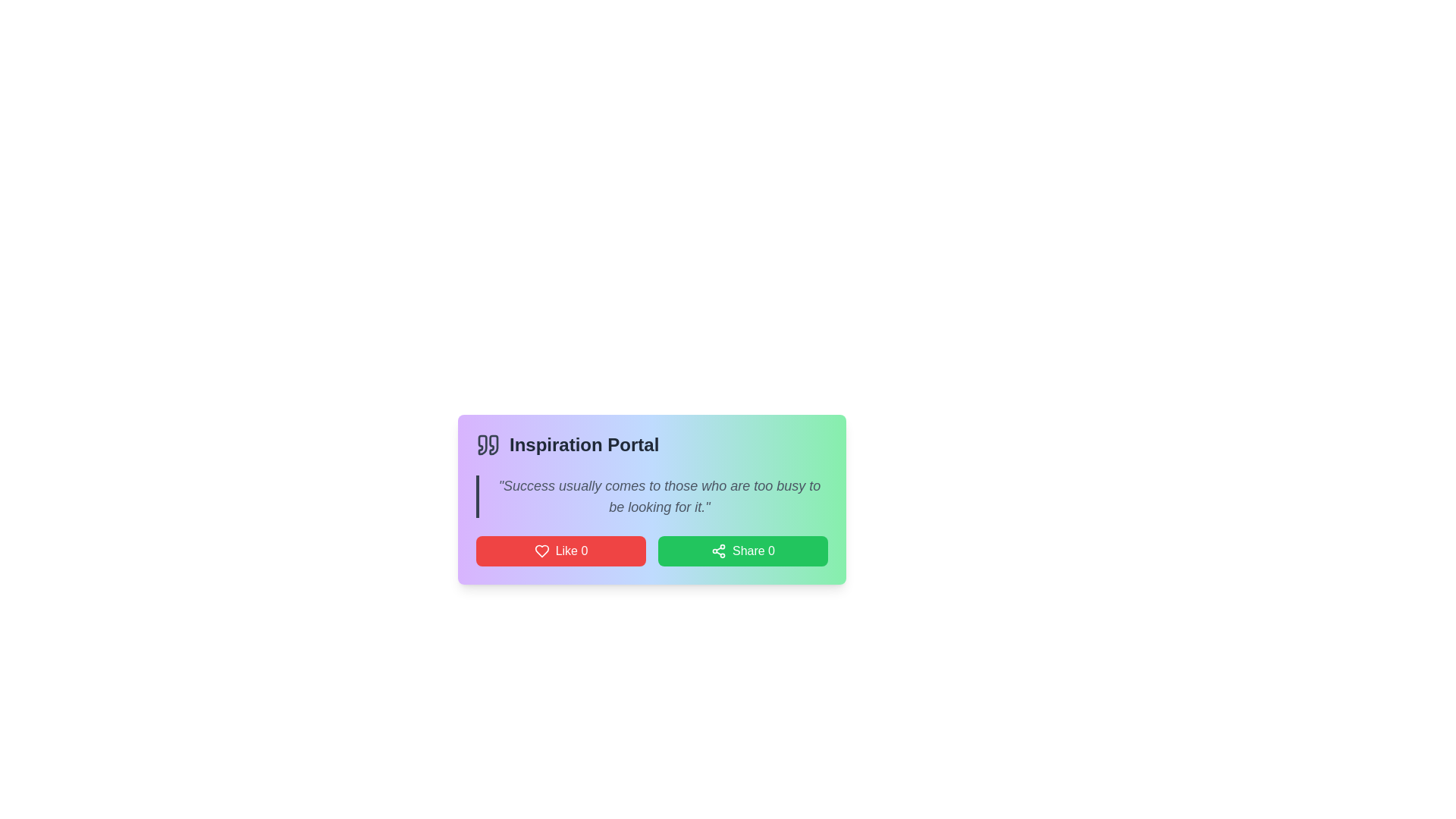 The width and height of the screenshot is (1456, 819). Describe the element at coordinates (651, 497) in the screenshot. I see `the inspirational quote text display located in the 'Inspiration Portal' section, which is positioned below the title and above the buttons labeled 'Like 0' and 'Share 0'` at that location.